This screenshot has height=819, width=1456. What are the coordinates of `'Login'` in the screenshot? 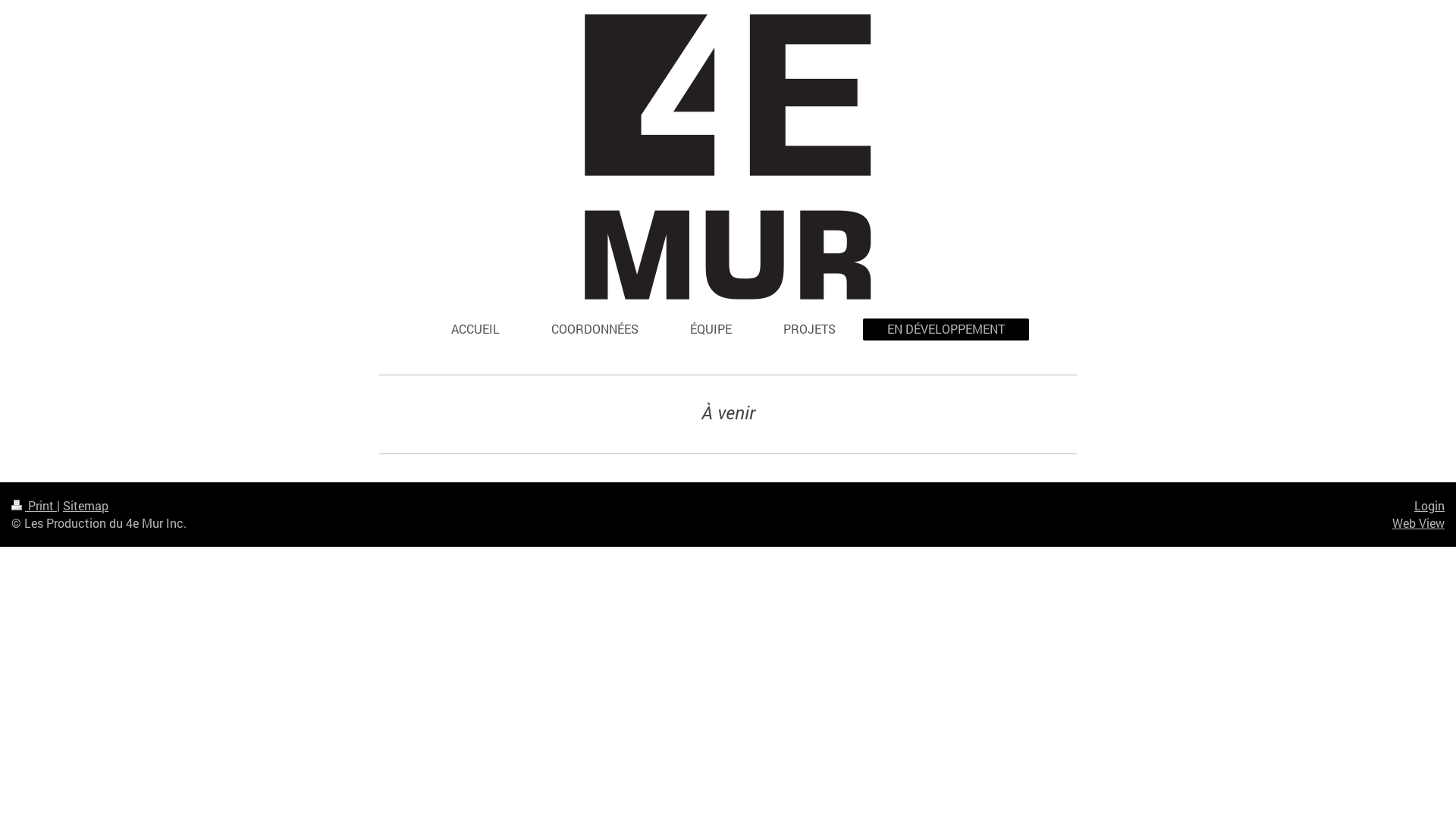 It's located at (1429, 505).